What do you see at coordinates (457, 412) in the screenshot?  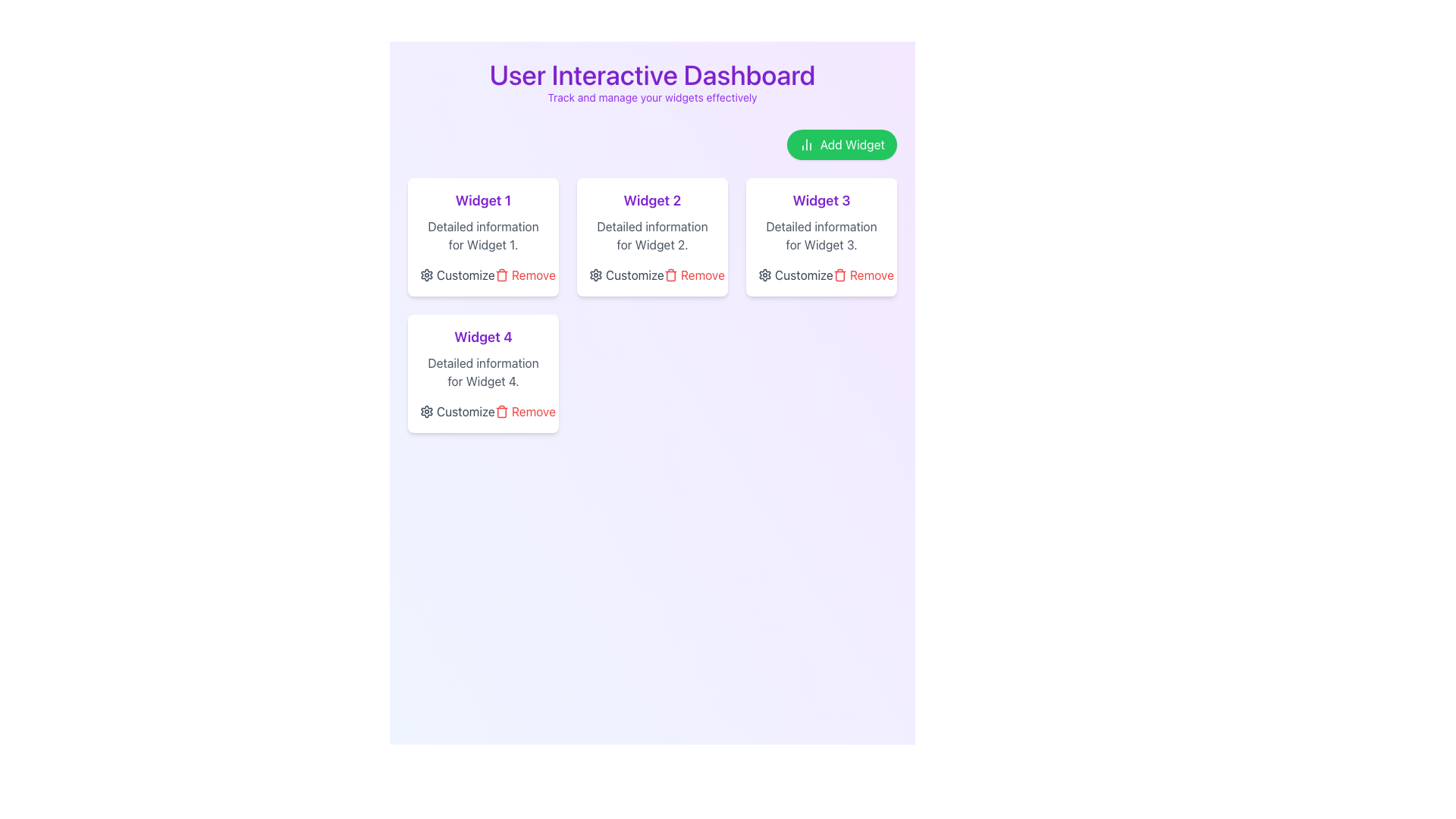 I see `the settings button for 'Widget 4' located in the lower section of its card to observe the hover effects` at bounding box center [457, 412].